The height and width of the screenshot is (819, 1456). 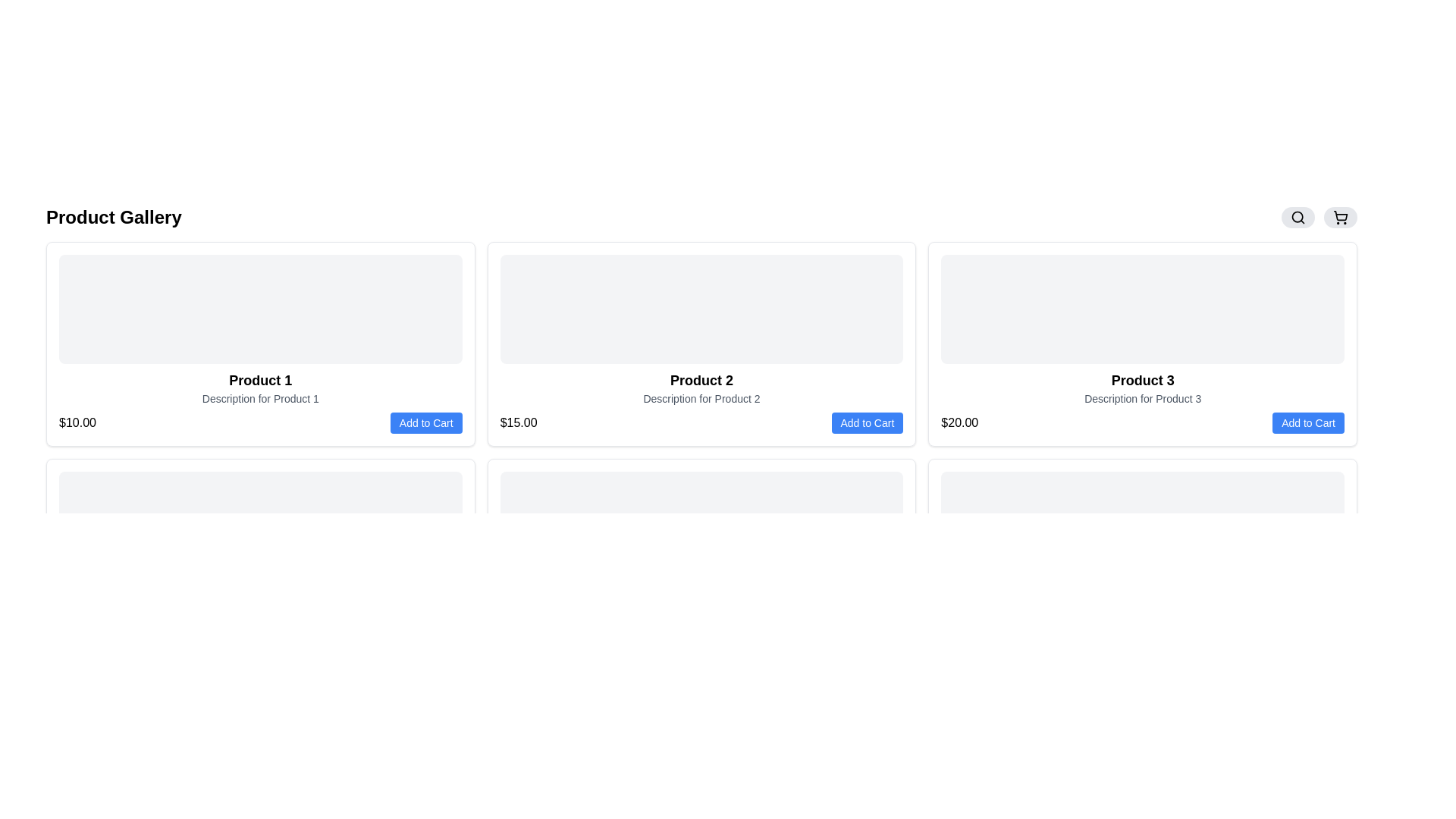 I want to click on the 'Add to Cart' button, which is a rectangular button with white text on a blue background, located in the bottom-right corner of the product card, so click(x=425, y=423).